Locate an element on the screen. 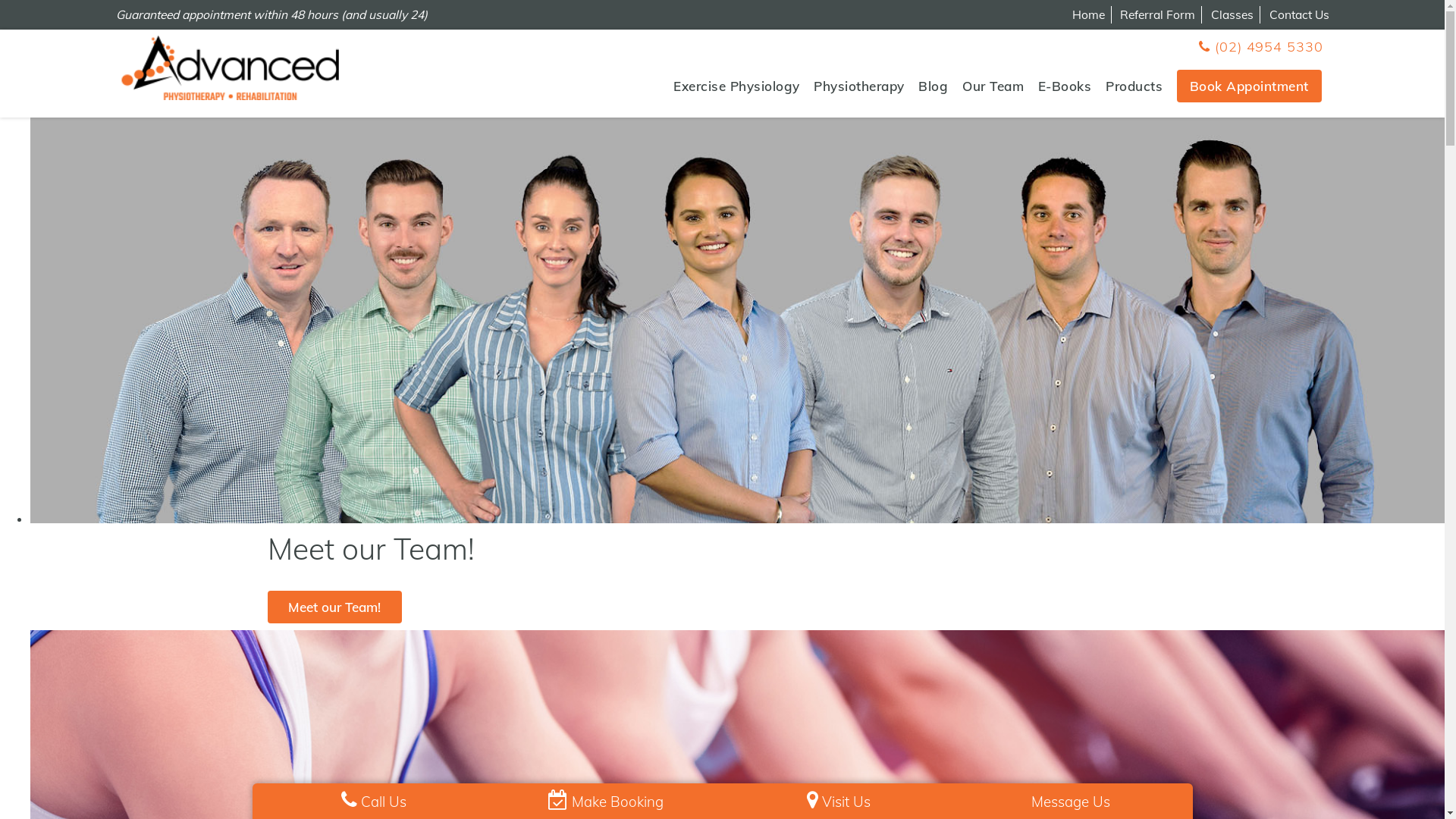 The image size is (1456, 819). 'Referral Form' is located at coordinates (1120, 14).